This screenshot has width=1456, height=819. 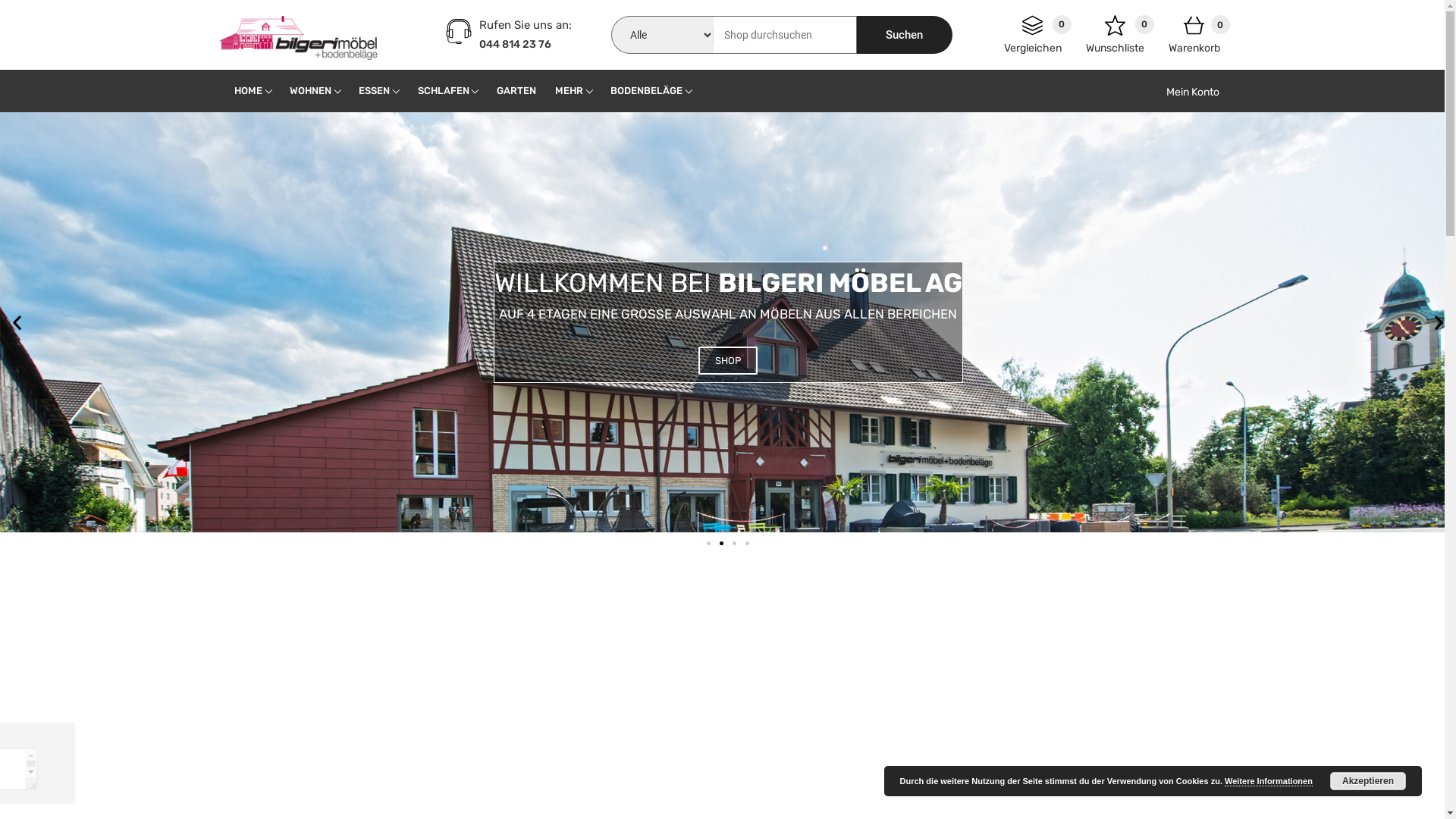 I want to click on 'SCHLAFEN', so click(x=412, y=90).